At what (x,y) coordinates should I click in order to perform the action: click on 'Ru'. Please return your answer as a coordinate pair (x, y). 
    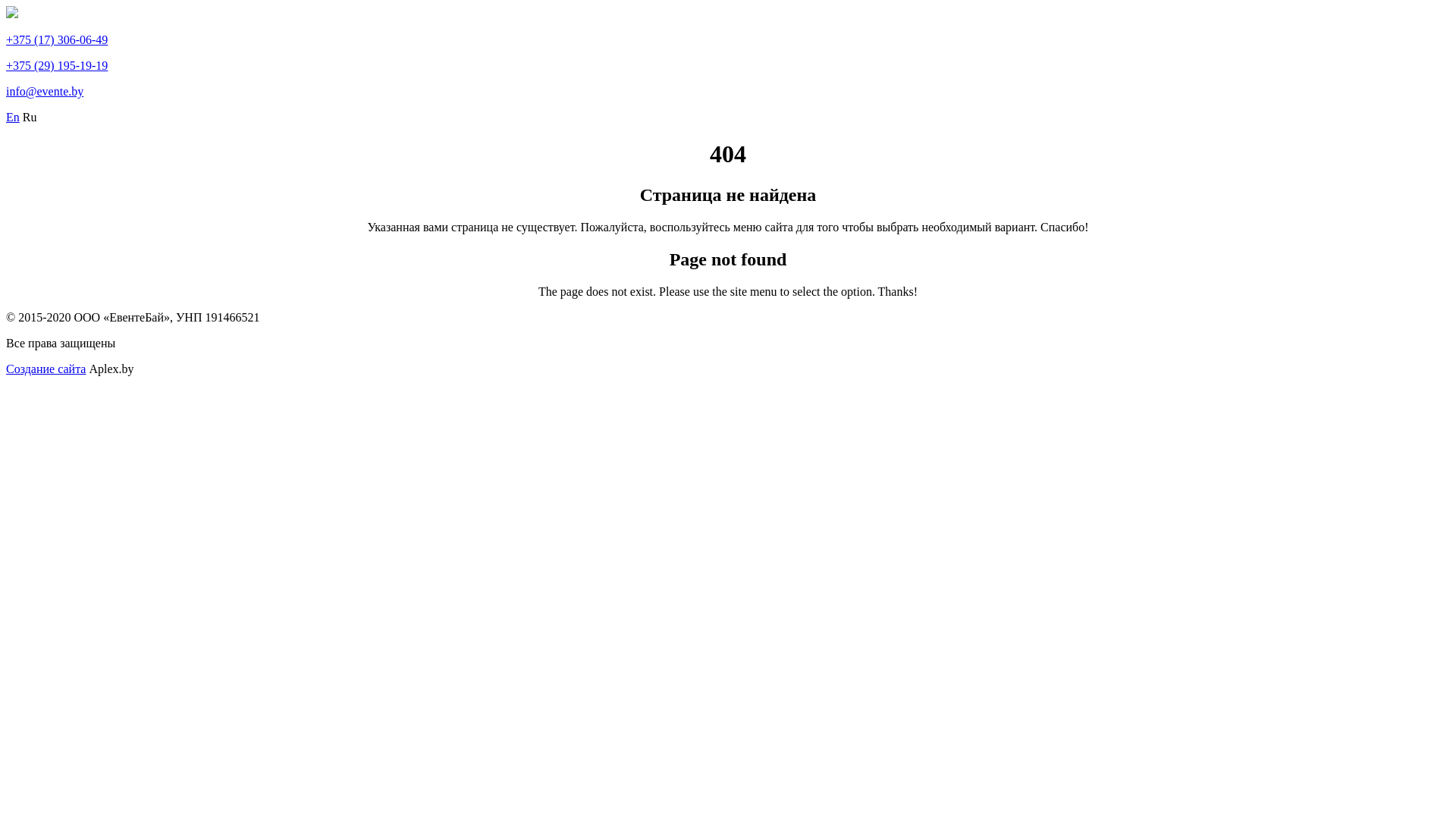
    Looking at the image, I should click on (30, 116).